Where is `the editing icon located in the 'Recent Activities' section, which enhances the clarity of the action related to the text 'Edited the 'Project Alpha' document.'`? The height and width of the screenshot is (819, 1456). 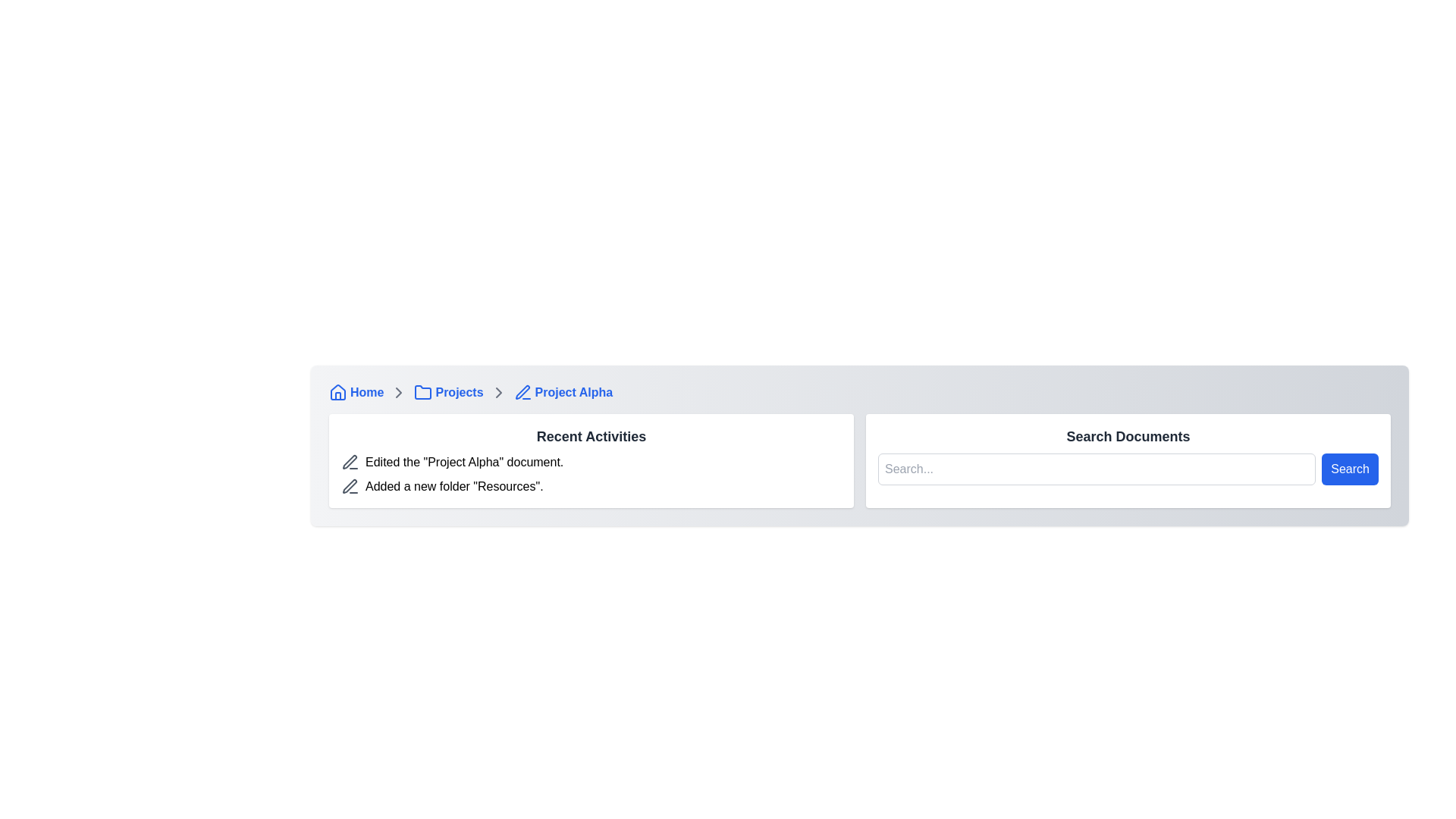 the editing icon located in the 'Recent Activities' section, which enhances the clarity of the action related to the text 'Edited the 'Project Alpha' document.' is located at coordinates (349, 461).